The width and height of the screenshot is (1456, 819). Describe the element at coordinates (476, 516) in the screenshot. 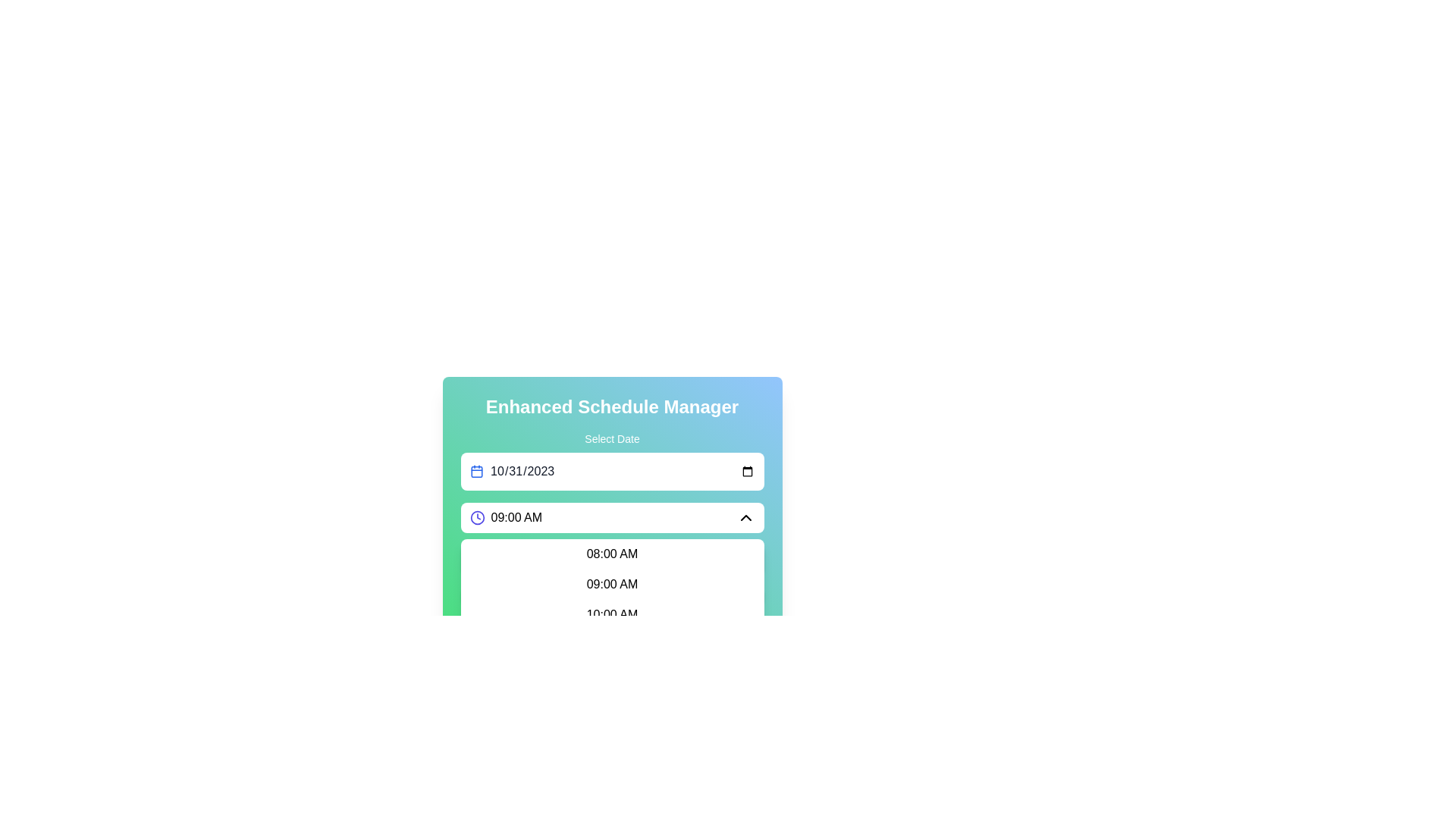

I see `the circular graphic within the clock icon, which is part of the time selection functionality on the scheduler interface` at that location.